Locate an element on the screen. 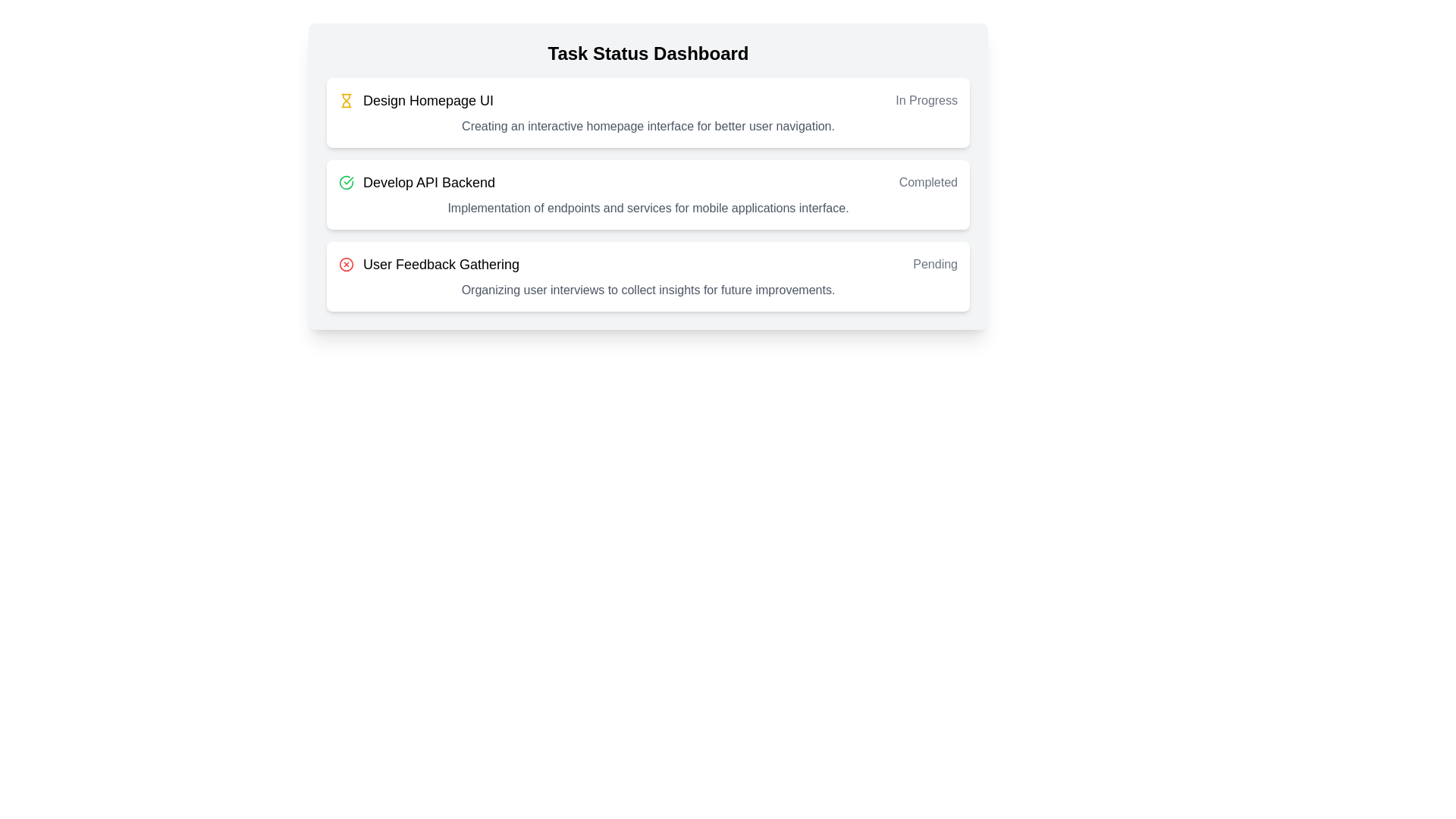 The width and height of the screenshot is (1456, 819). information provided in the first task status card located in the 'Task Status Dashboard' section, which includes the task's title, status, and a brief description is located at coordinates (648, 112).